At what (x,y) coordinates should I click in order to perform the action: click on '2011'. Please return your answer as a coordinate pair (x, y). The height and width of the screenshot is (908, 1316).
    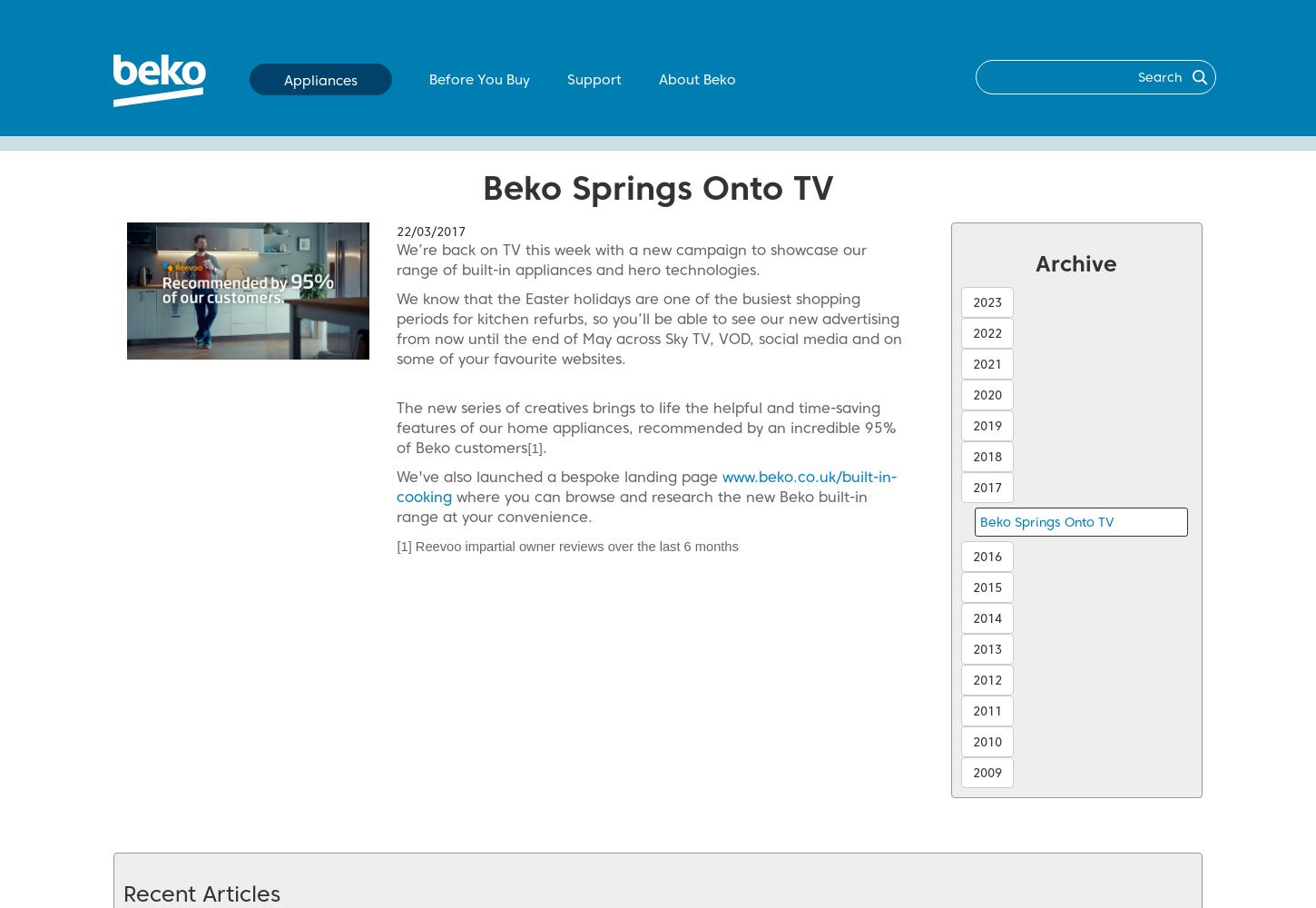
    Looking at the image, I should click on (987, 711).